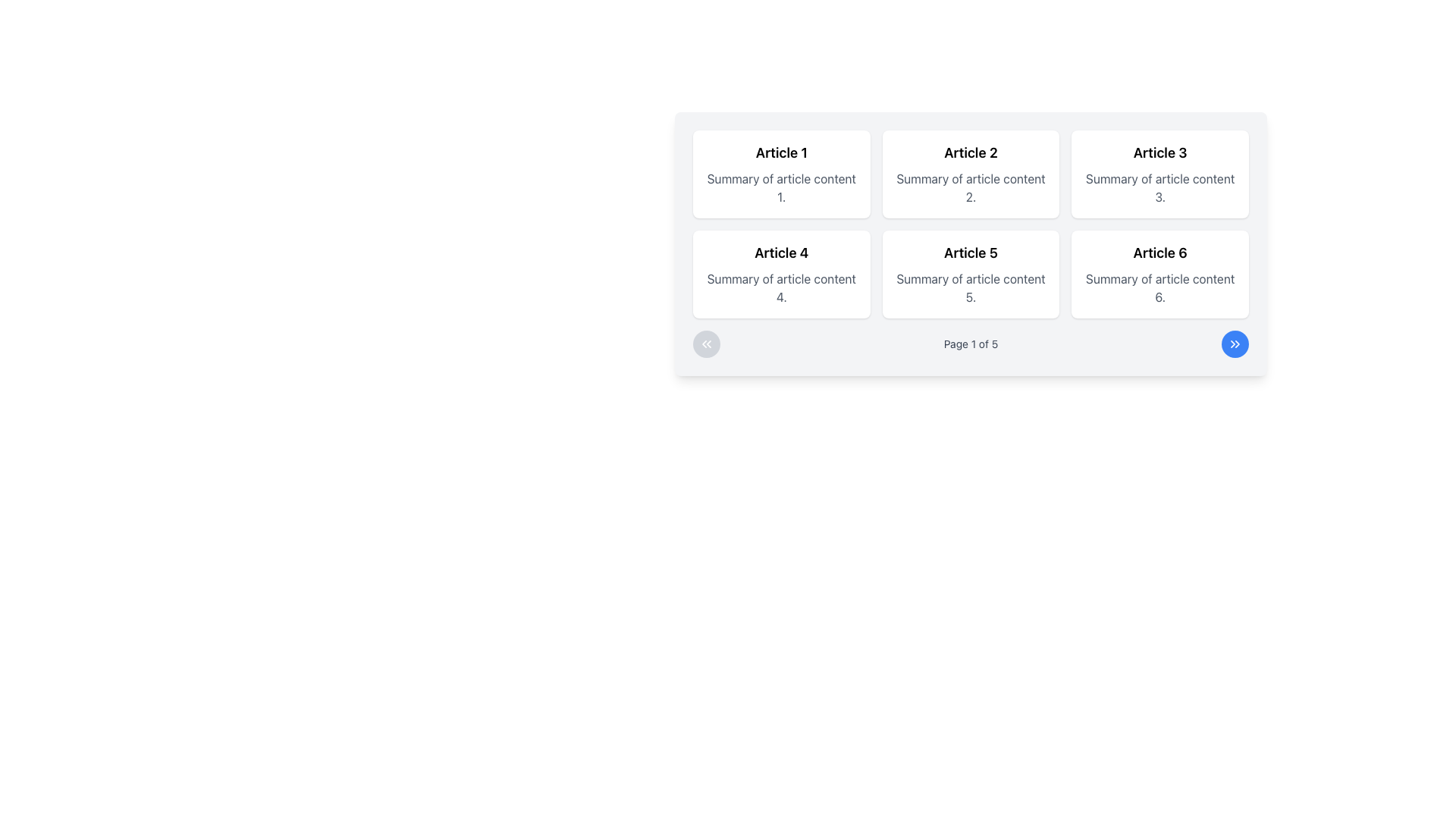  Describe the element at coordinates (1159, 152) in the screenshot. I see `the title text of the third grid item in the top row of the article card, which serves as the heading to identify the section's content` at that location.